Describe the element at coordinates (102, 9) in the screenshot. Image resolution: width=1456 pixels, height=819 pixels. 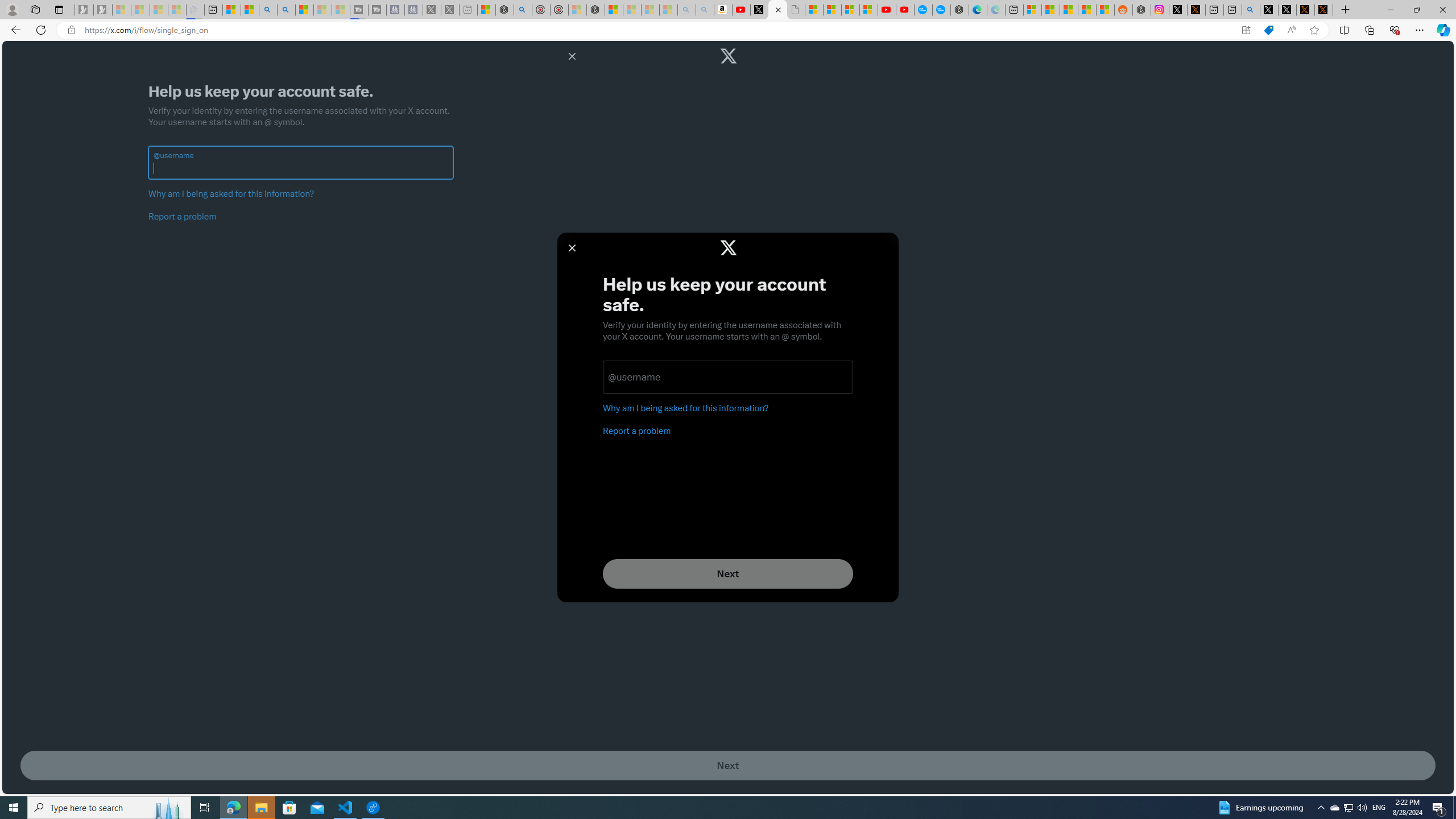
I see `'Newsletter Sign Up - Sleeping'` at that location.